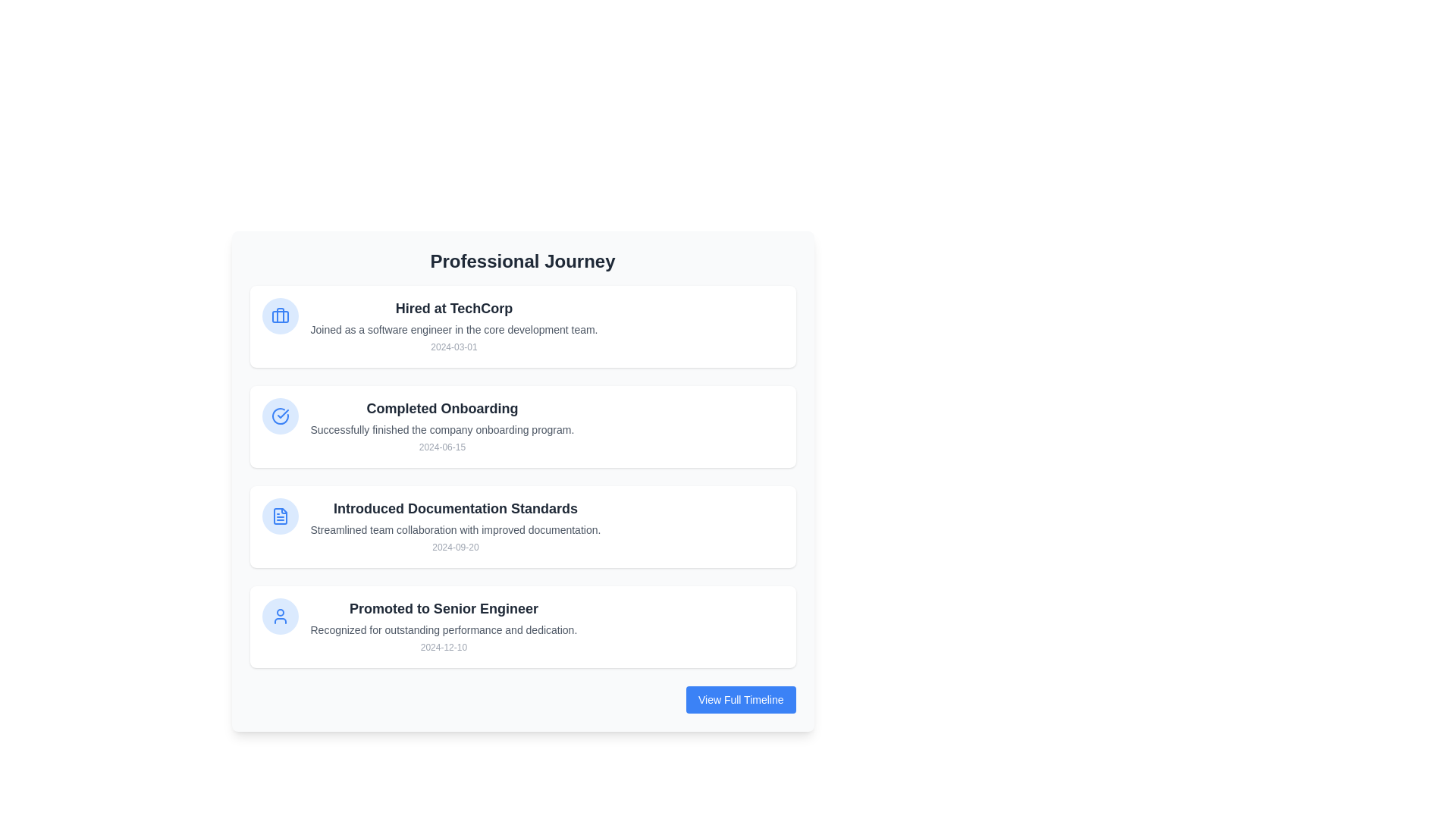 This screenshot has width=1456, height=819. I want to click on the text label component that reads 'Recognized for outstanding performance and dedication.', which is positioned beneath the title 'Promoted to Senior Engineer', so click(443, 629).